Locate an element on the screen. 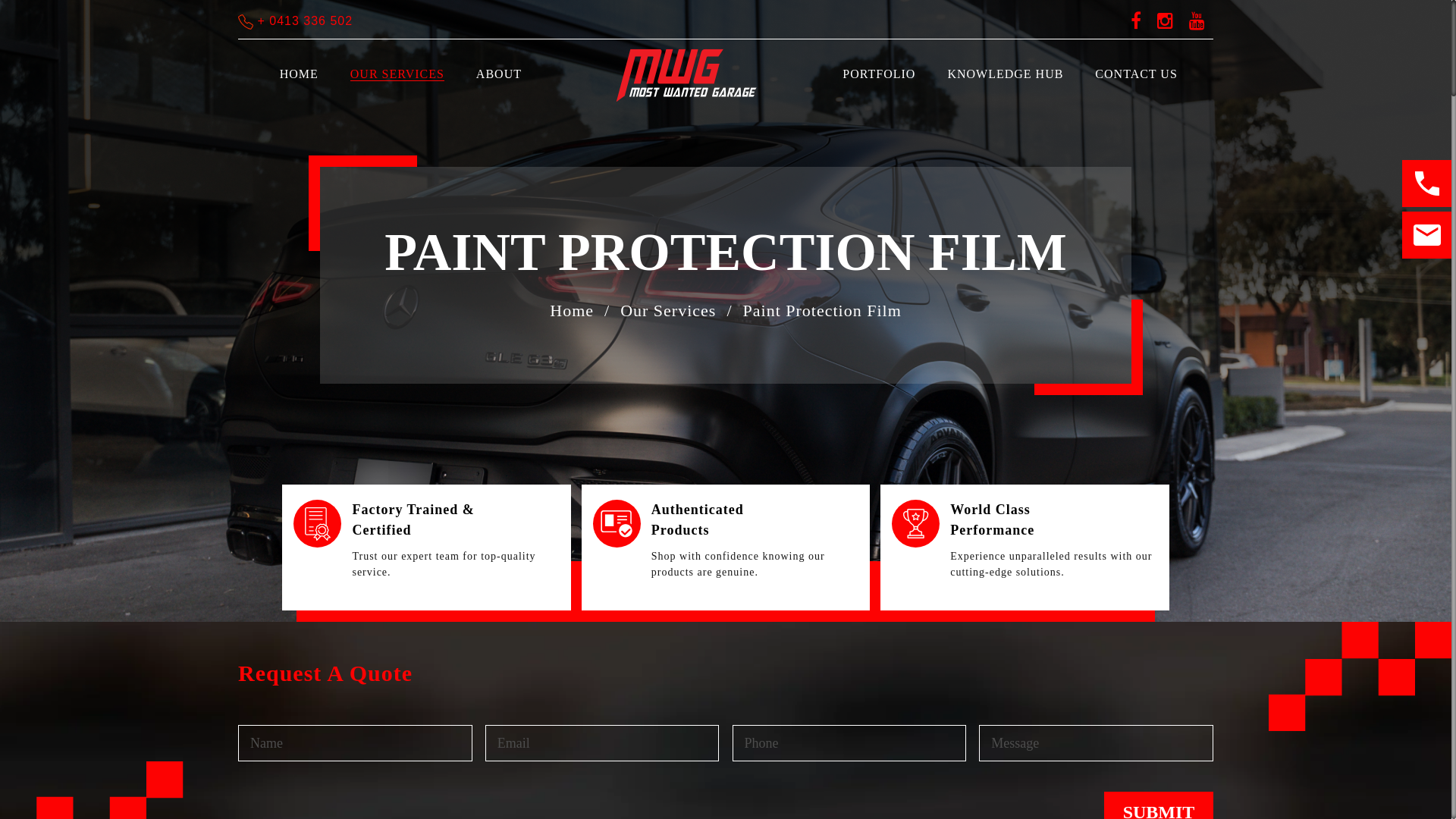  'KNOWLEDGE HUB' is located at coordinates (1005, 74).